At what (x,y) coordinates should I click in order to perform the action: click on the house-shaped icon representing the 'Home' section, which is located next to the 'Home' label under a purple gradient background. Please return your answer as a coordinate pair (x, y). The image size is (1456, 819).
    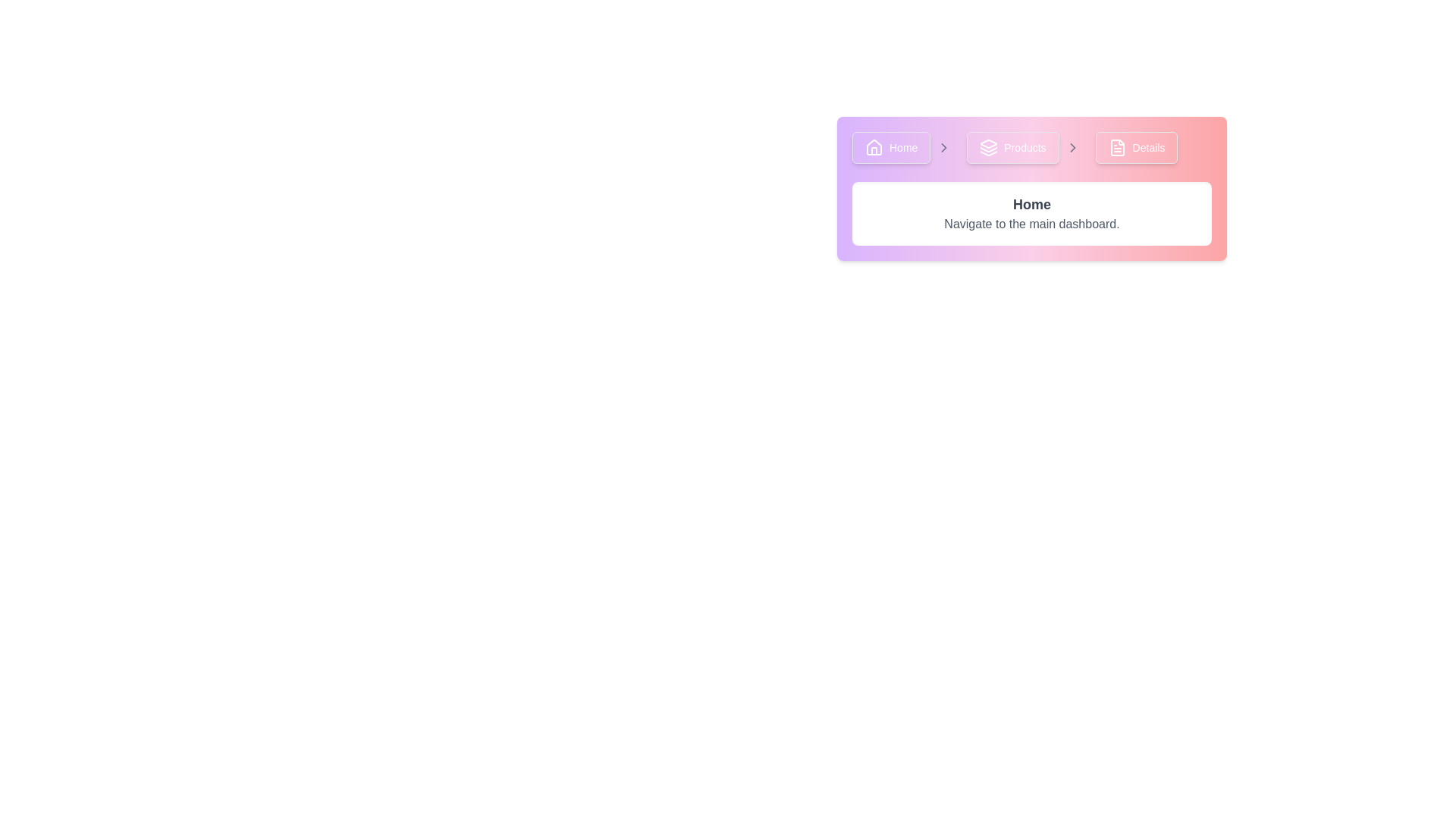
    Looking at the image, I should click on (874, 148).